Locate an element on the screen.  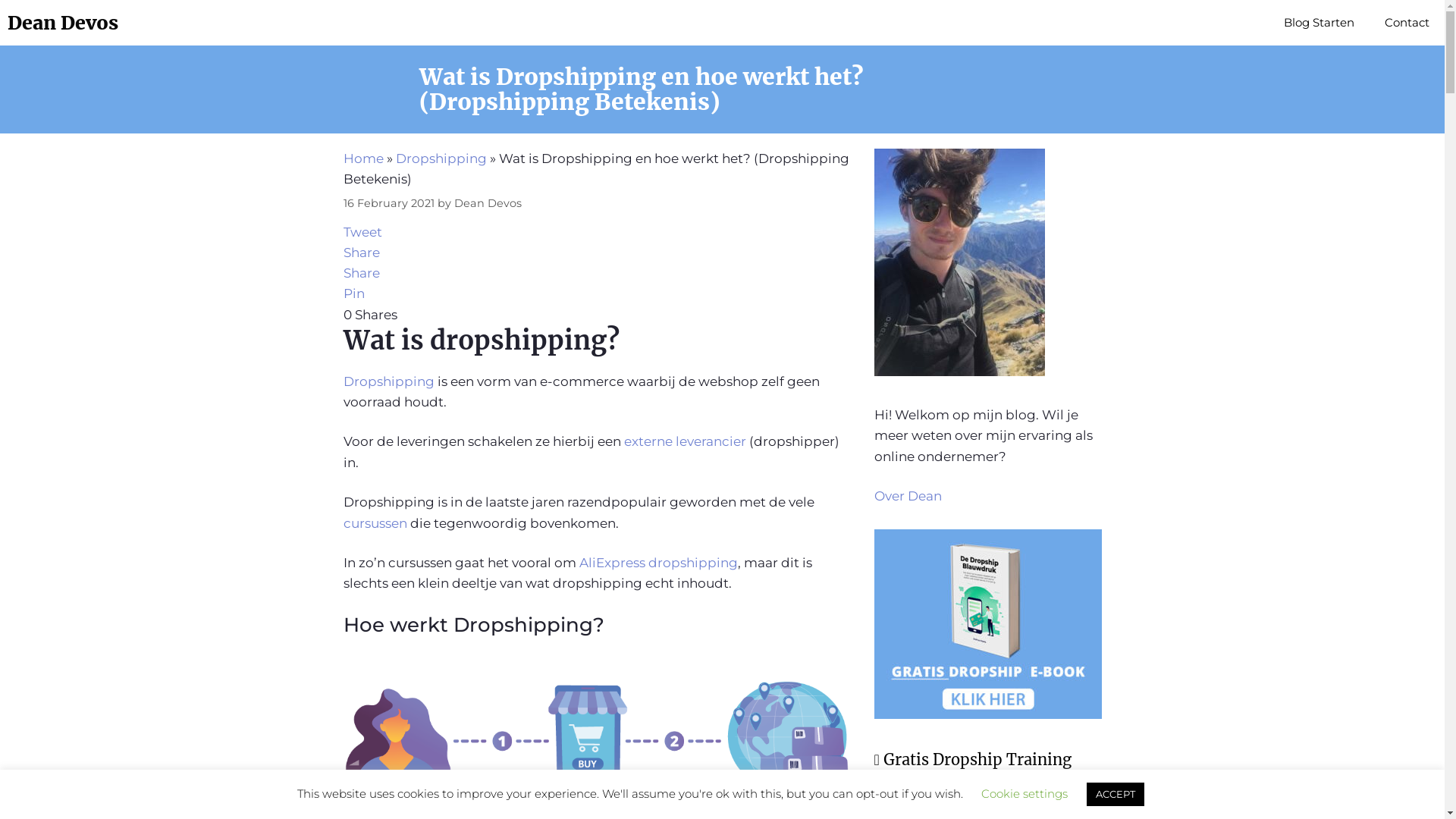
'Dean Devos' is located at coordinates (61, 23).